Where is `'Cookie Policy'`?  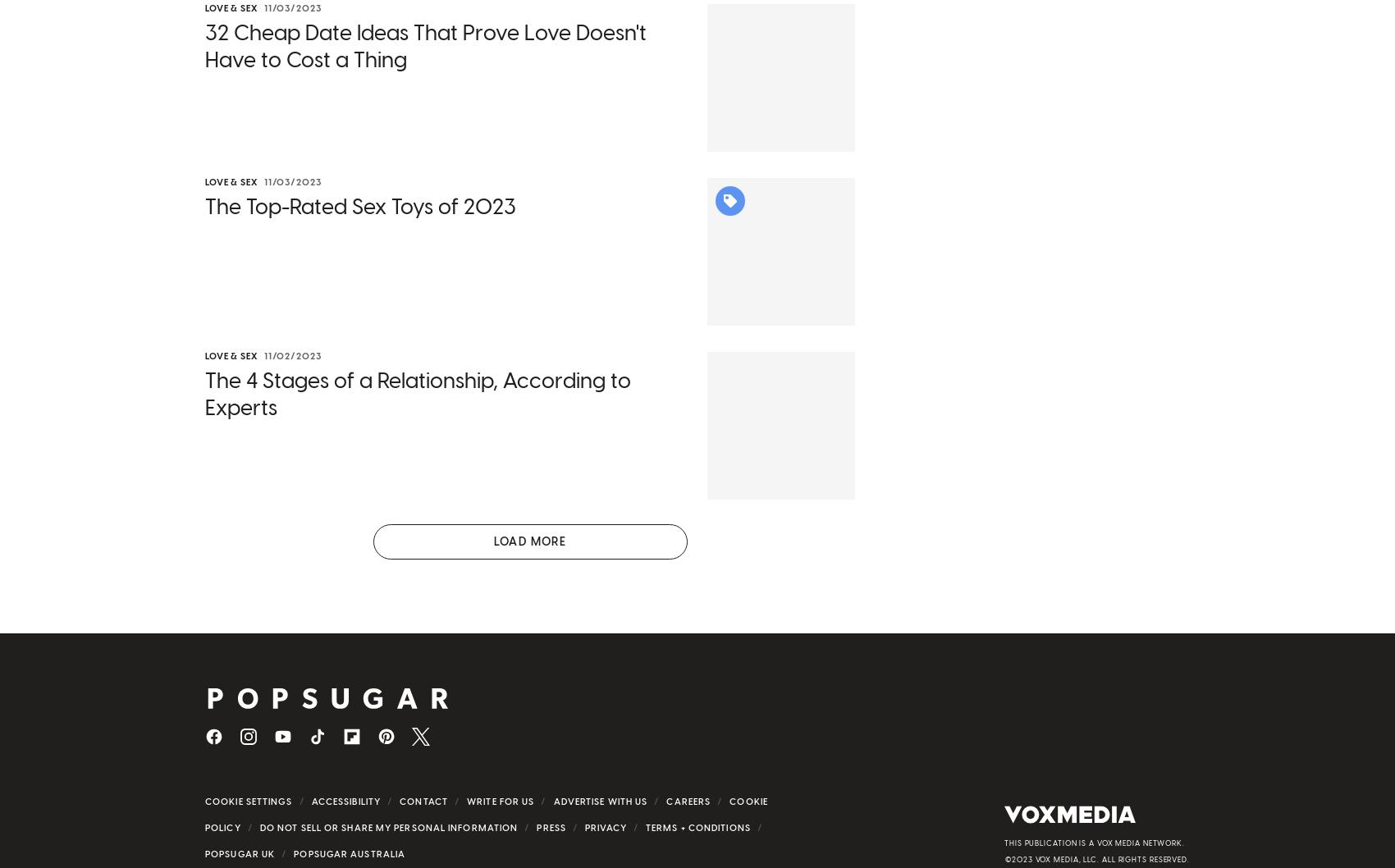 'Cookie Policy' is located at coordinates (485, 818).